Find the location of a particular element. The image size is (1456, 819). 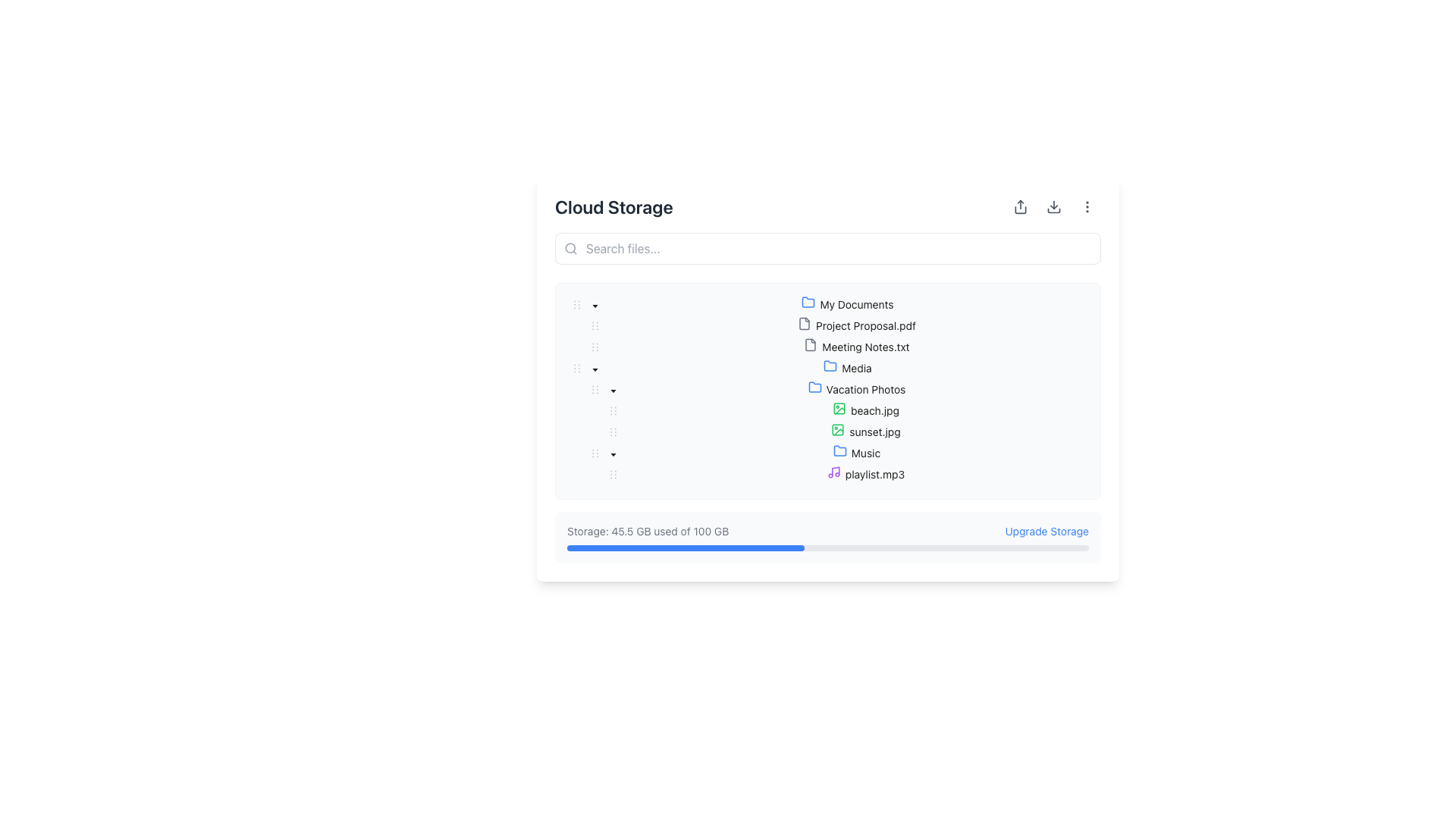

the first icon button with an upward arrow symbolizing 'share' located at the top-right corner of the UI is located at coordinates (1020, 207).